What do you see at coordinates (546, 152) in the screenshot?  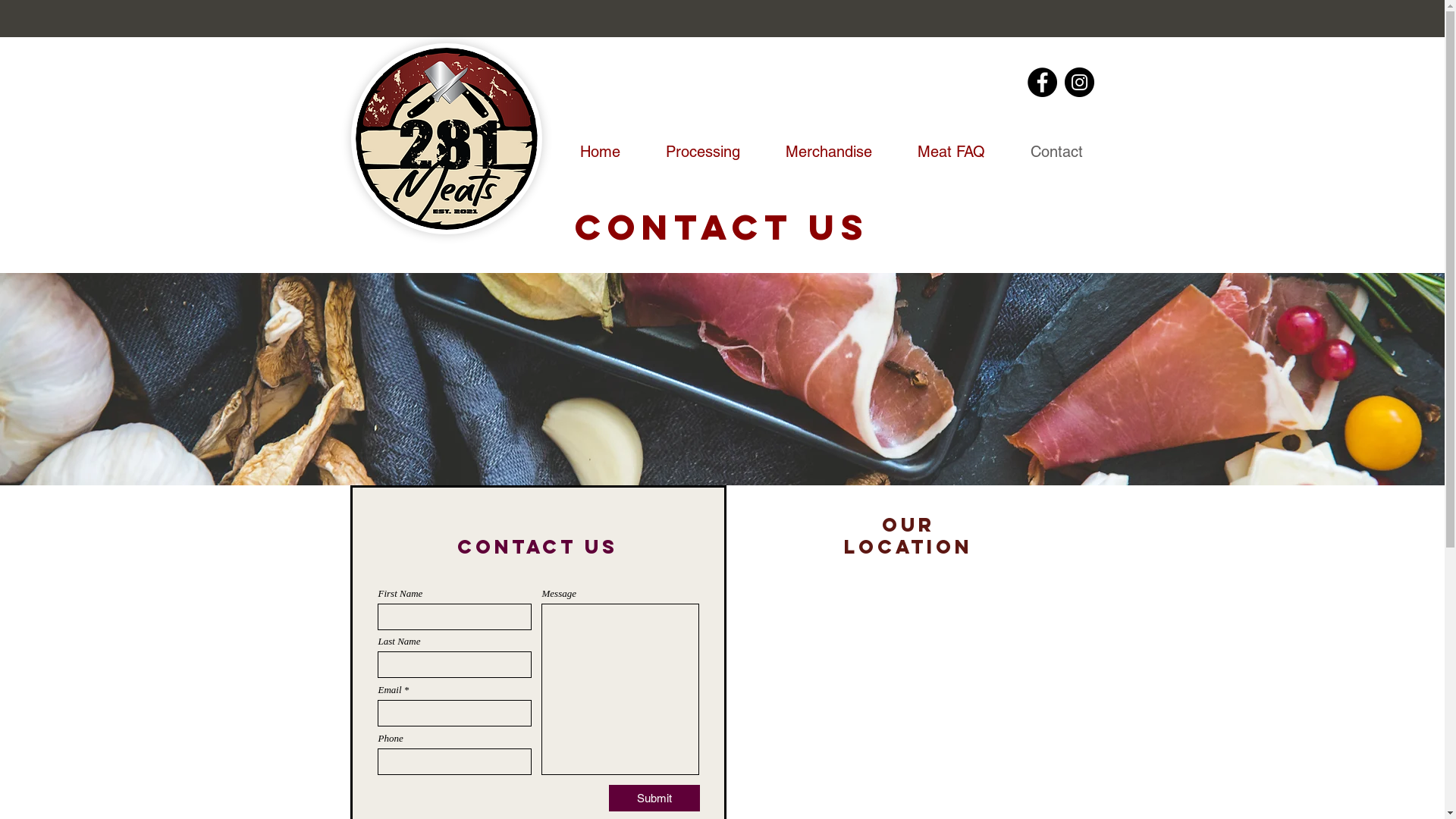 I see `'Home'` at bounding box center [546, 152].